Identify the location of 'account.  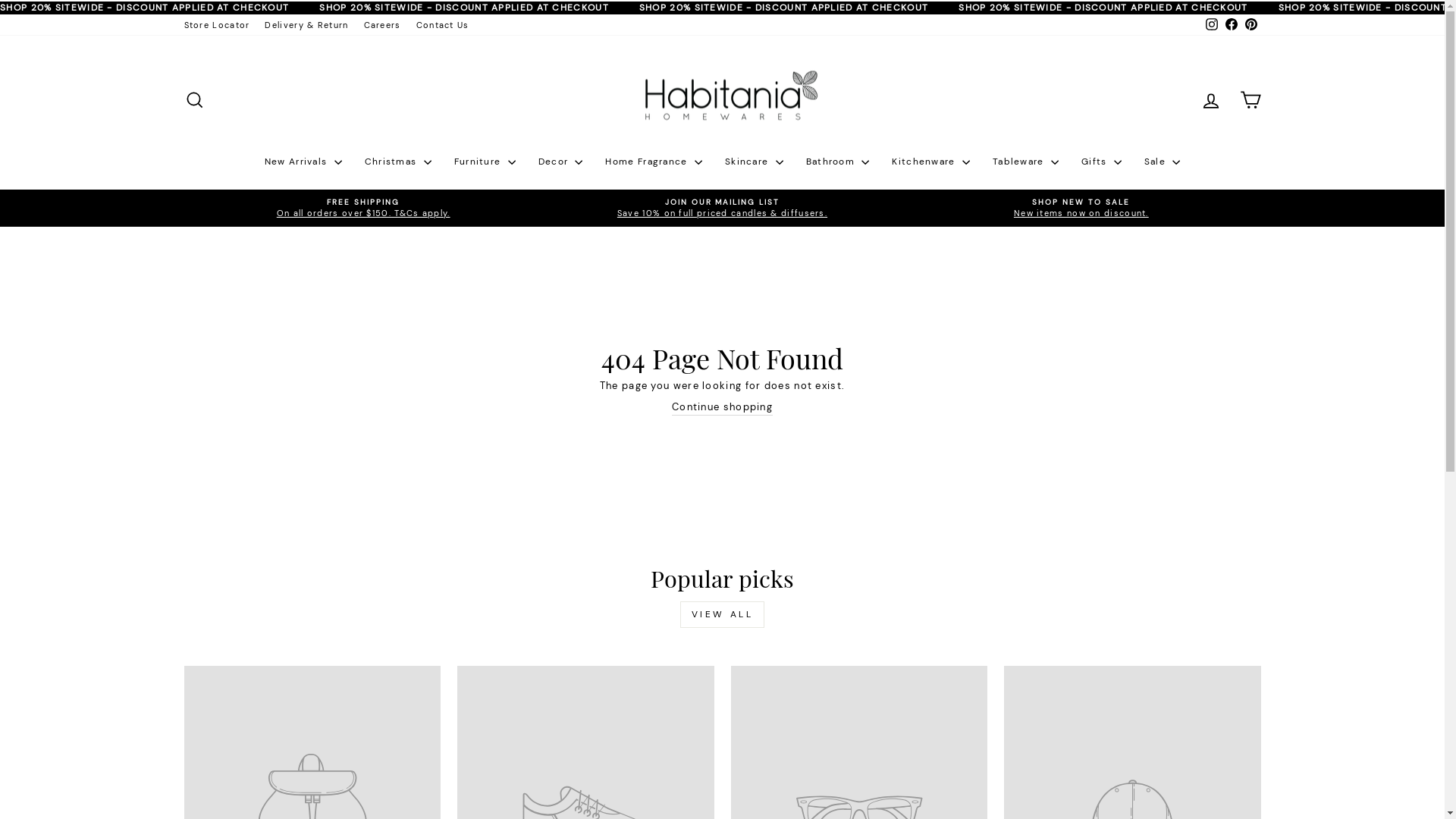
(1210, 100).